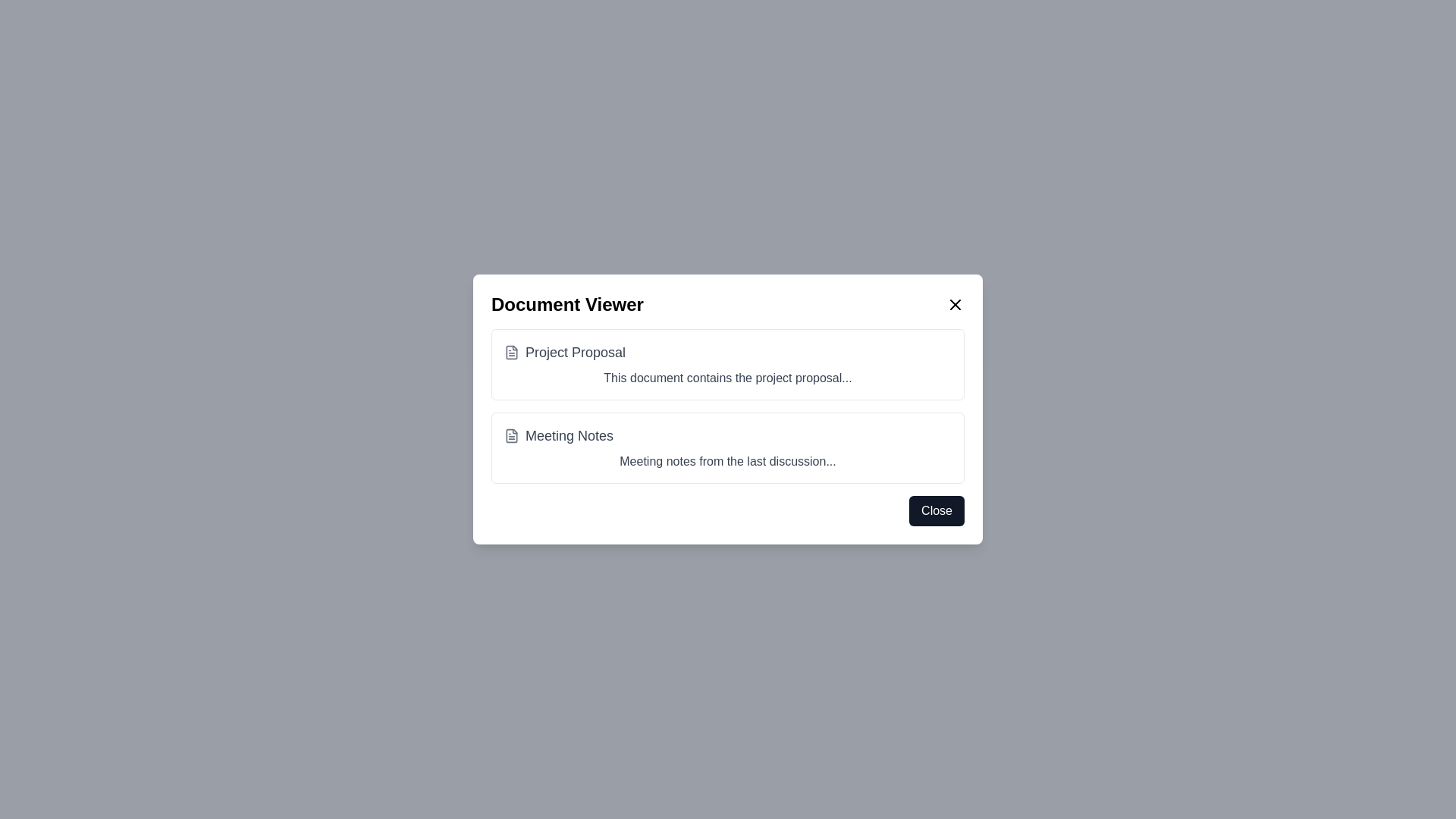 This screenshot has width=1456, height=819. I want to click on the text element displaying 'Meeting notes from the last discussion...' located in the secondary description section below the title 'Meeting Notes', so click(728, 461).